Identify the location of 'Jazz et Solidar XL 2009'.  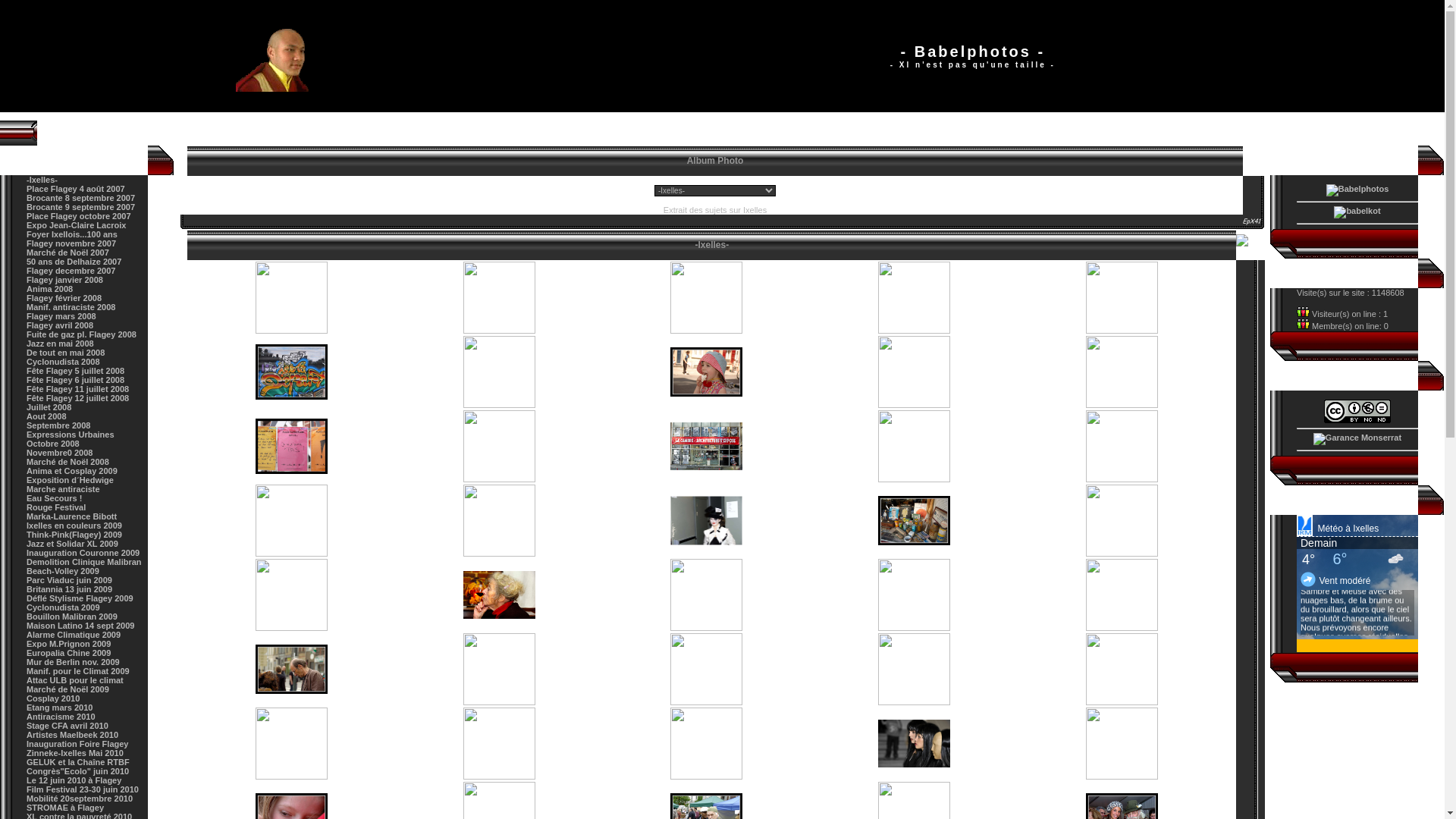
(71, 543).